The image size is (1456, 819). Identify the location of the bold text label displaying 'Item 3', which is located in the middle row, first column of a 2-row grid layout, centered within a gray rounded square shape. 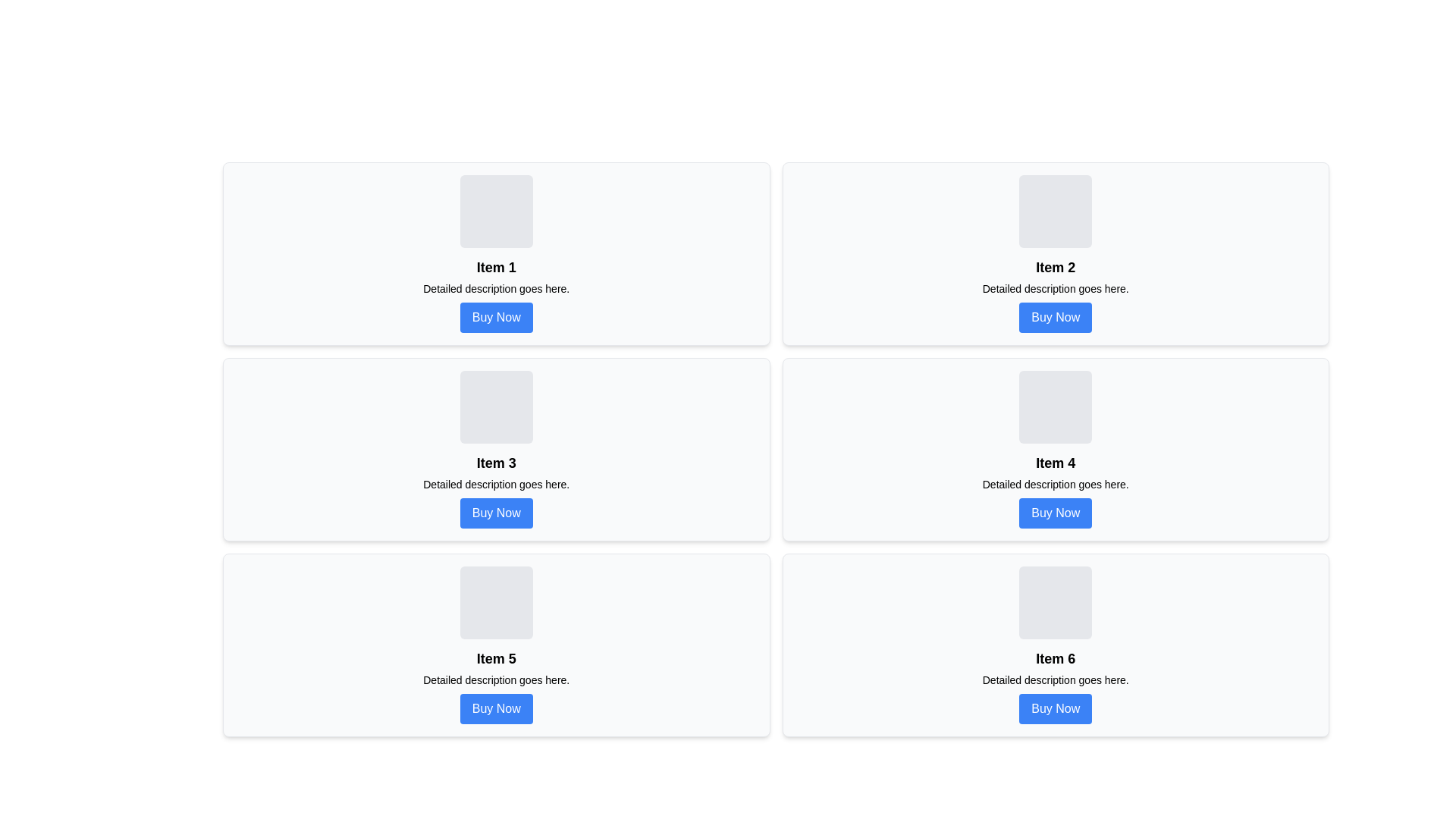
(496, 462).